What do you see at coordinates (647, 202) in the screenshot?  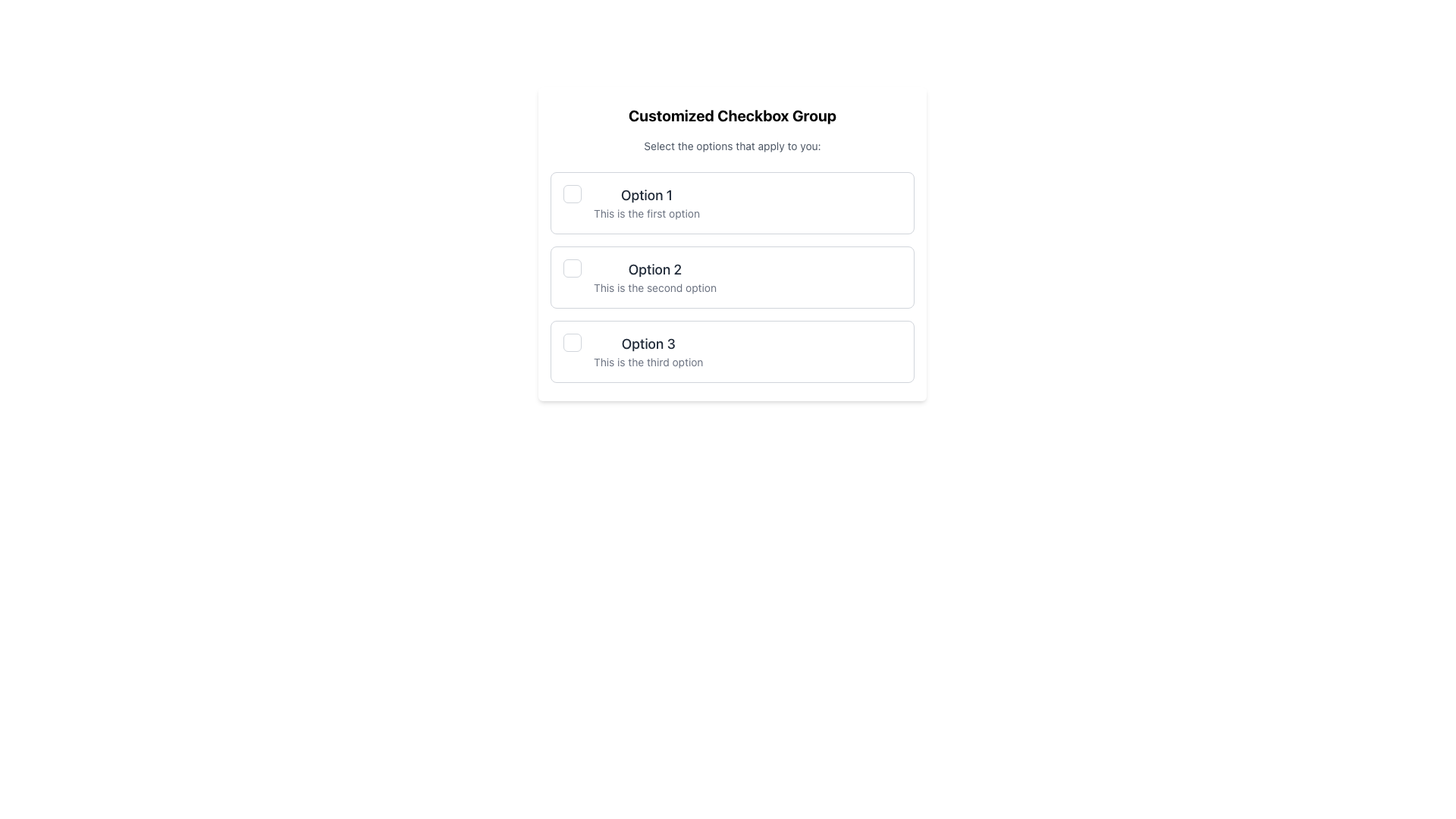 I see `text content of the description for the first selectable option in the checkbox group, which is located immediately to the right of the checkbox` at bounding box center [647, 202].